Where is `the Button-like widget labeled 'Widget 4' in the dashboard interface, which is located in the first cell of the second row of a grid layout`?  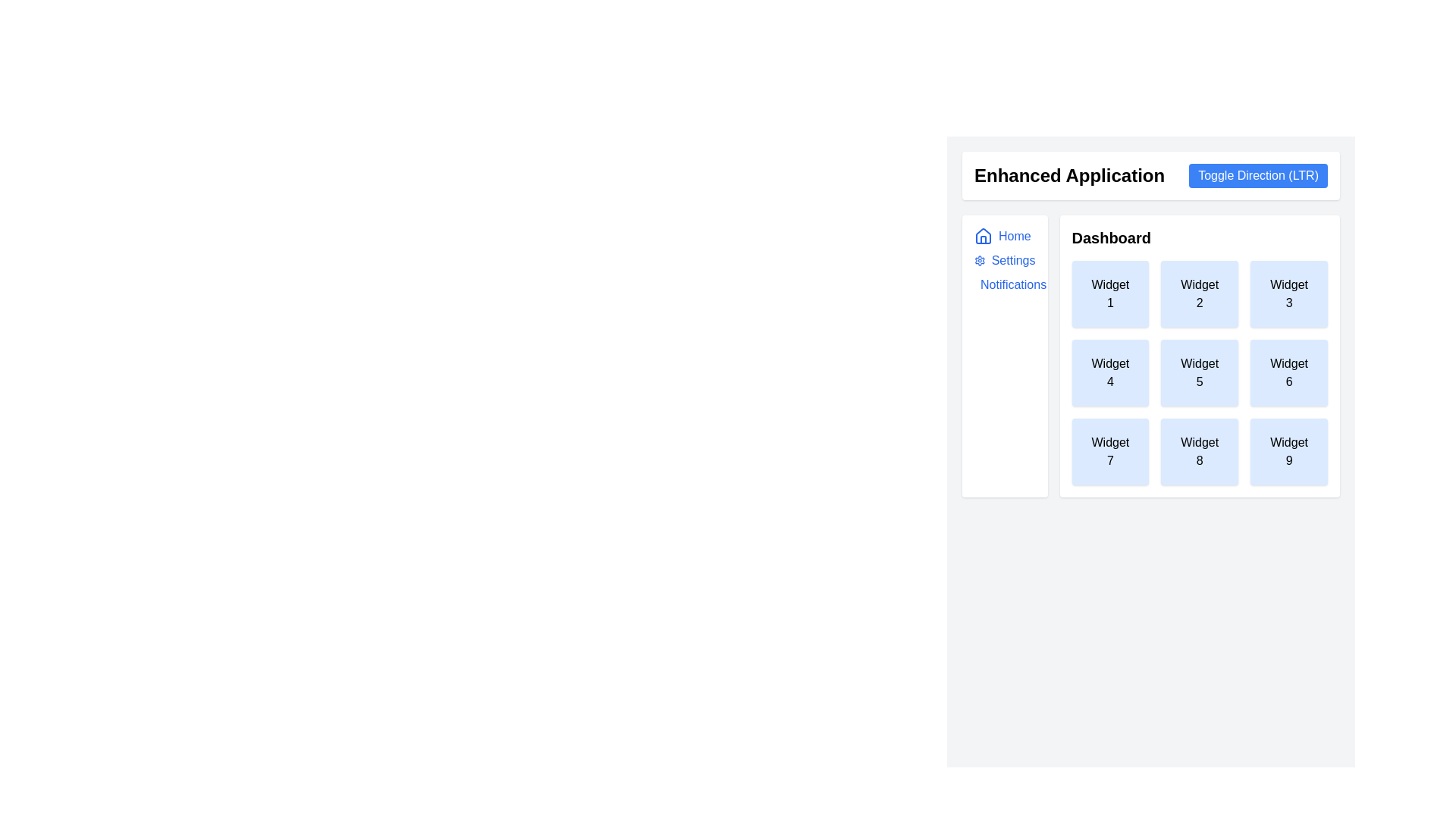 the Button-like widget labeled 'Widget 4' in the dashboard interface, which is located in the first cell of the second row of a grid layout is located at coordinates (1110, 373).